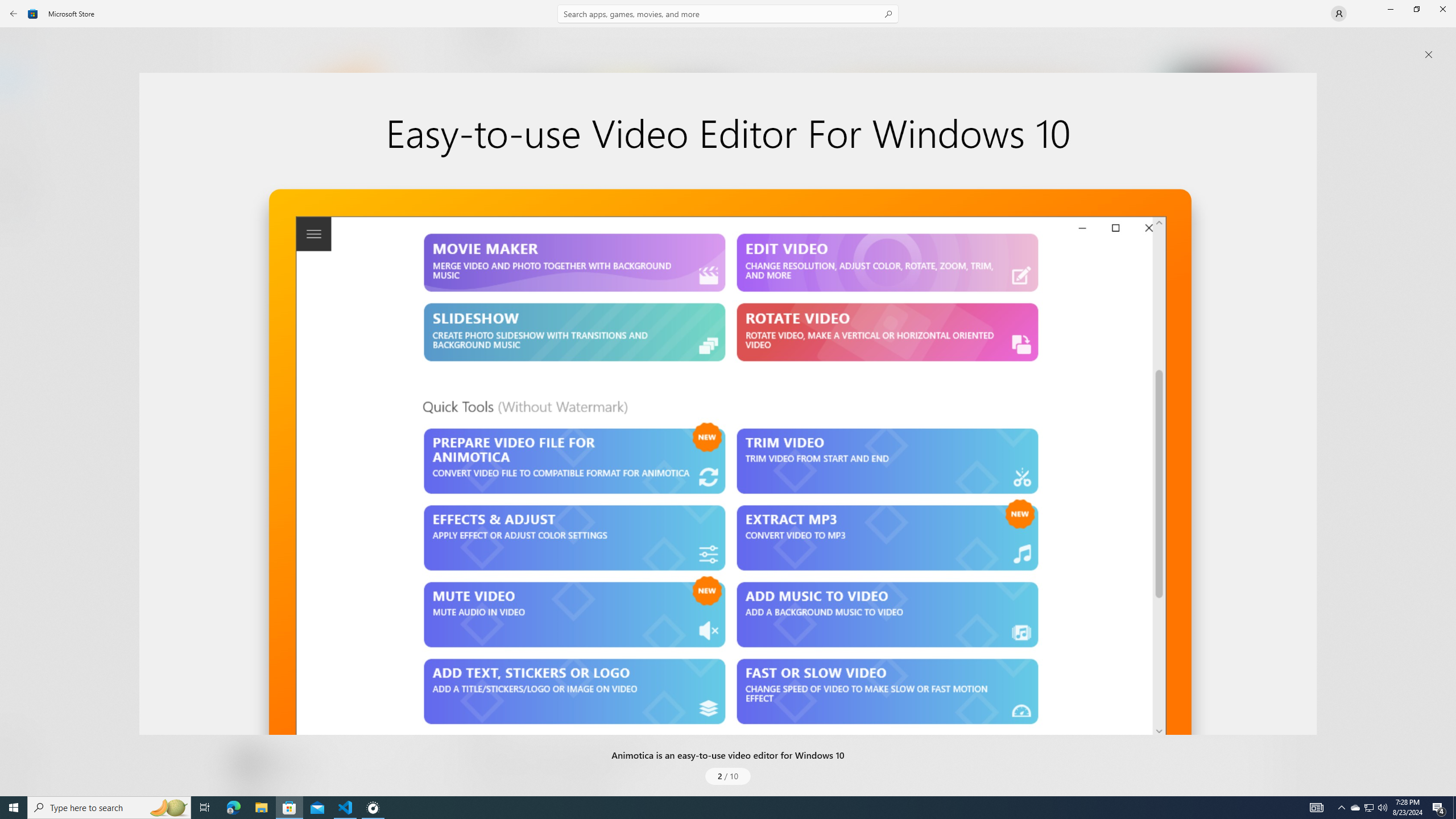  What do you see at coordinates (1428, 54) in the screenshot?
I see `'close popup window'` at bounding box center [1428, 54].